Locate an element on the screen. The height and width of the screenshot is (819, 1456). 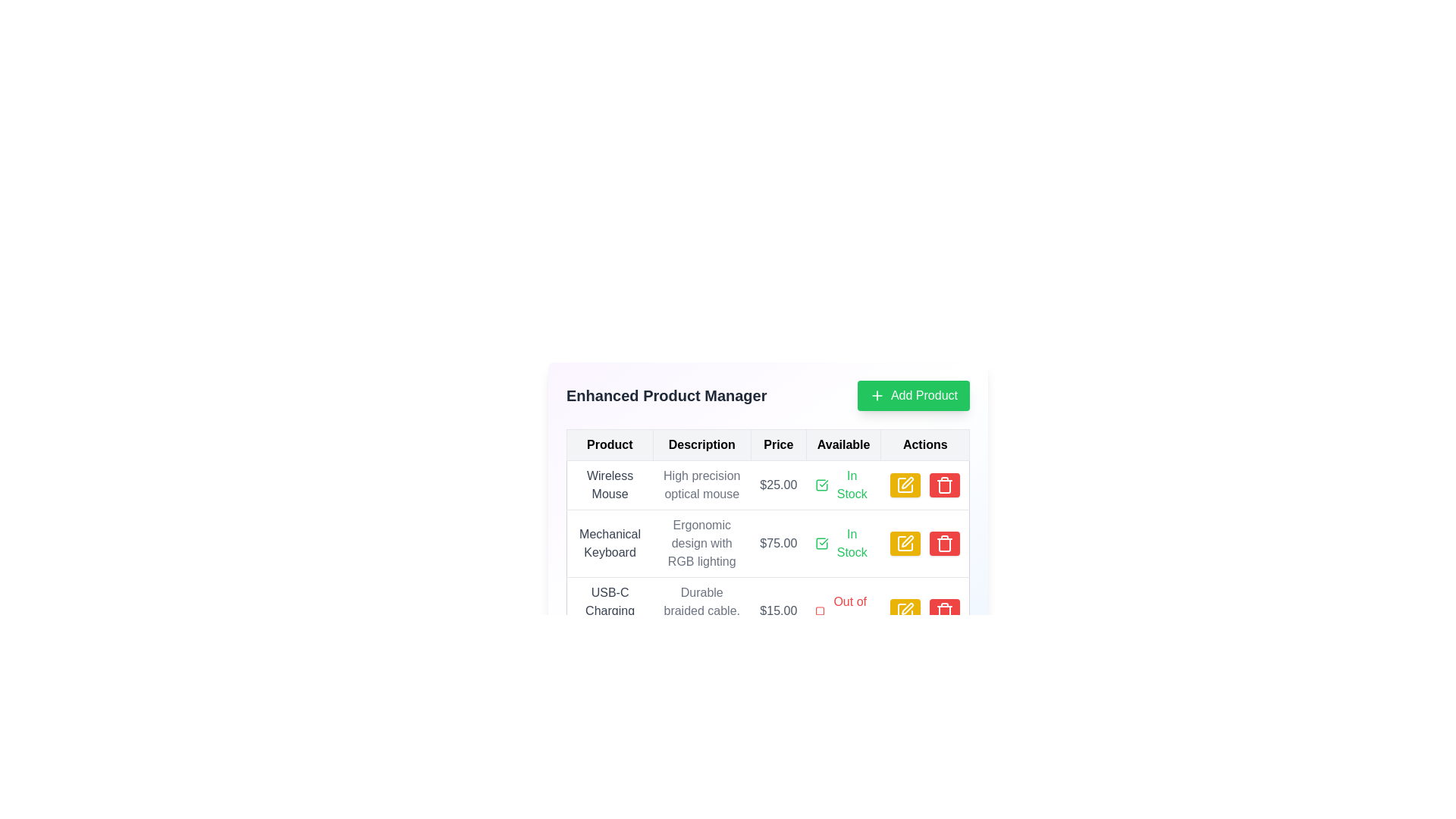
the checkmark icon that indicates the availability status of the Wireless Mouse, which is located in the 'Available' column of the table is located at coordinates (821, 485).